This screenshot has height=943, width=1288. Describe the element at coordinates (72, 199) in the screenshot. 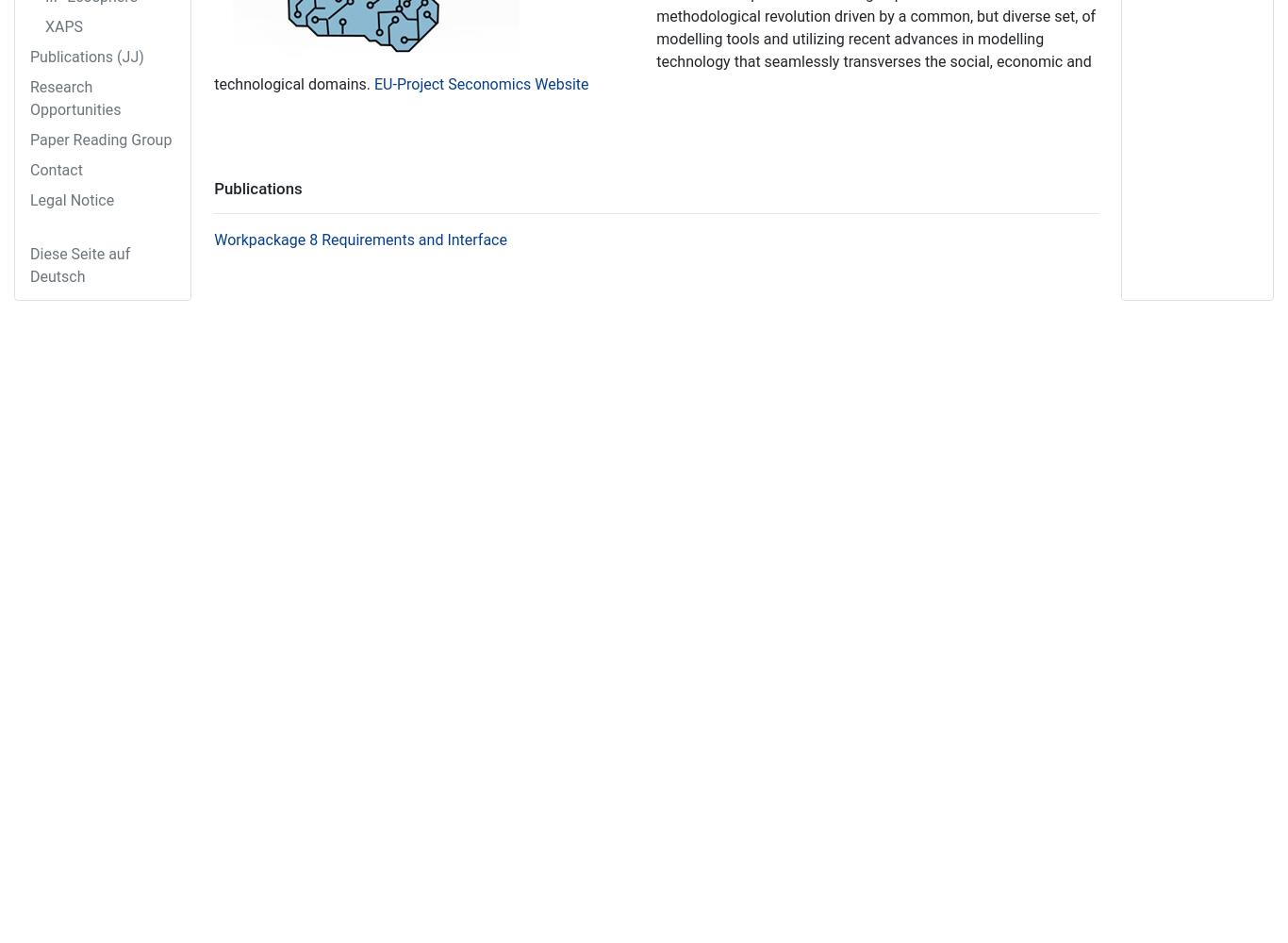

I see `'Legal Notice'` at that location.